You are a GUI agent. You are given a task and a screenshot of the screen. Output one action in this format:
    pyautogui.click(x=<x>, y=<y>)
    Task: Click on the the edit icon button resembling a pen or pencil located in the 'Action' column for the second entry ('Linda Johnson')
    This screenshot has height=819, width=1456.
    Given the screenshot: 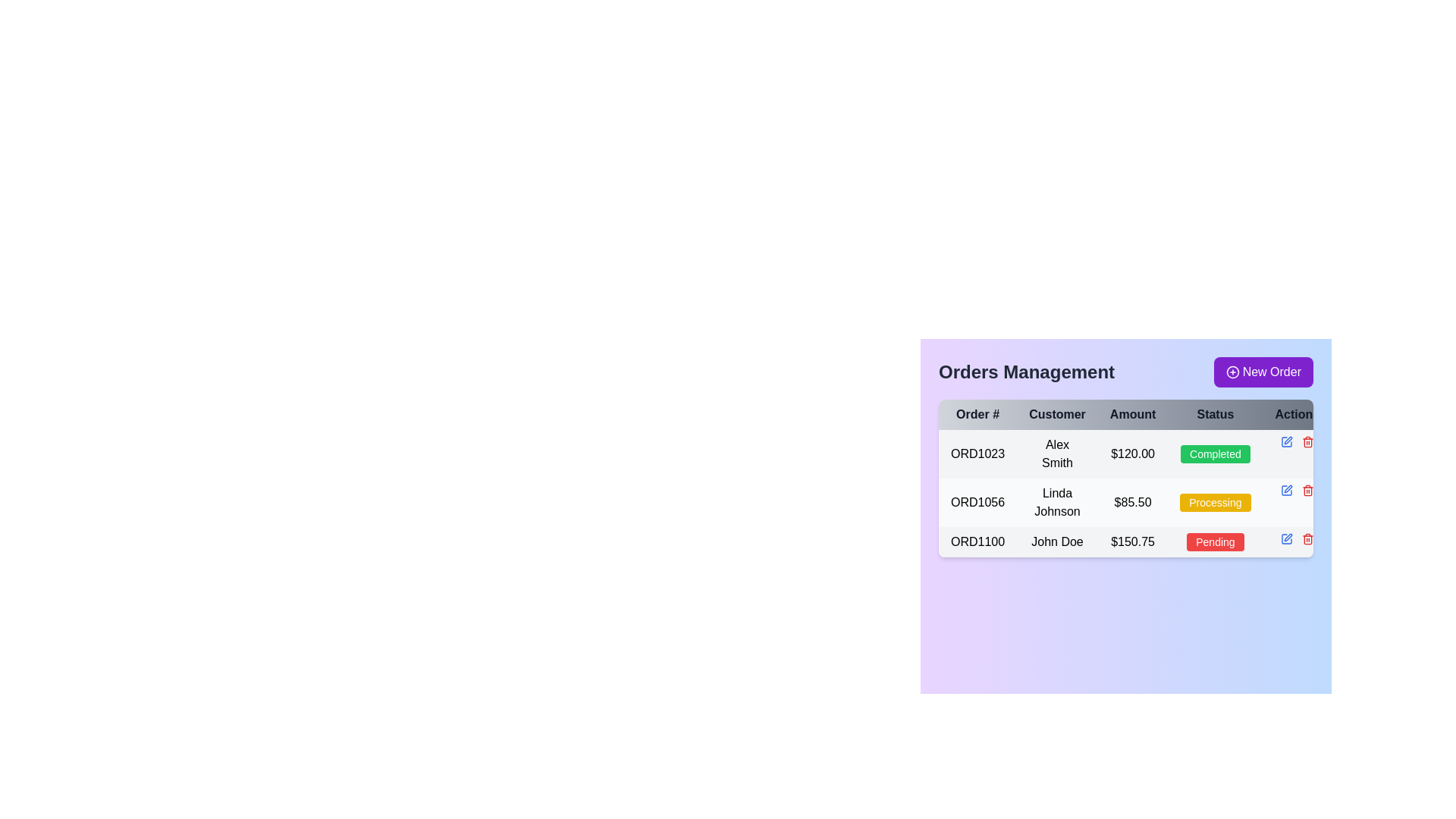 What is the action you would take?
    pyautogui.click(x=1287, y=488)
    